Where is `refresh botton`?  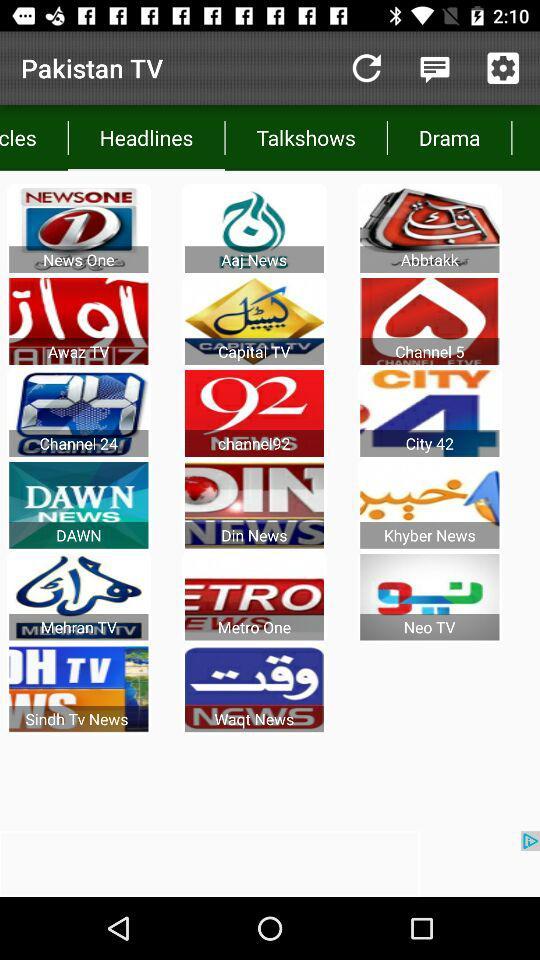 refresh botton is located at coordinates (365, 68).